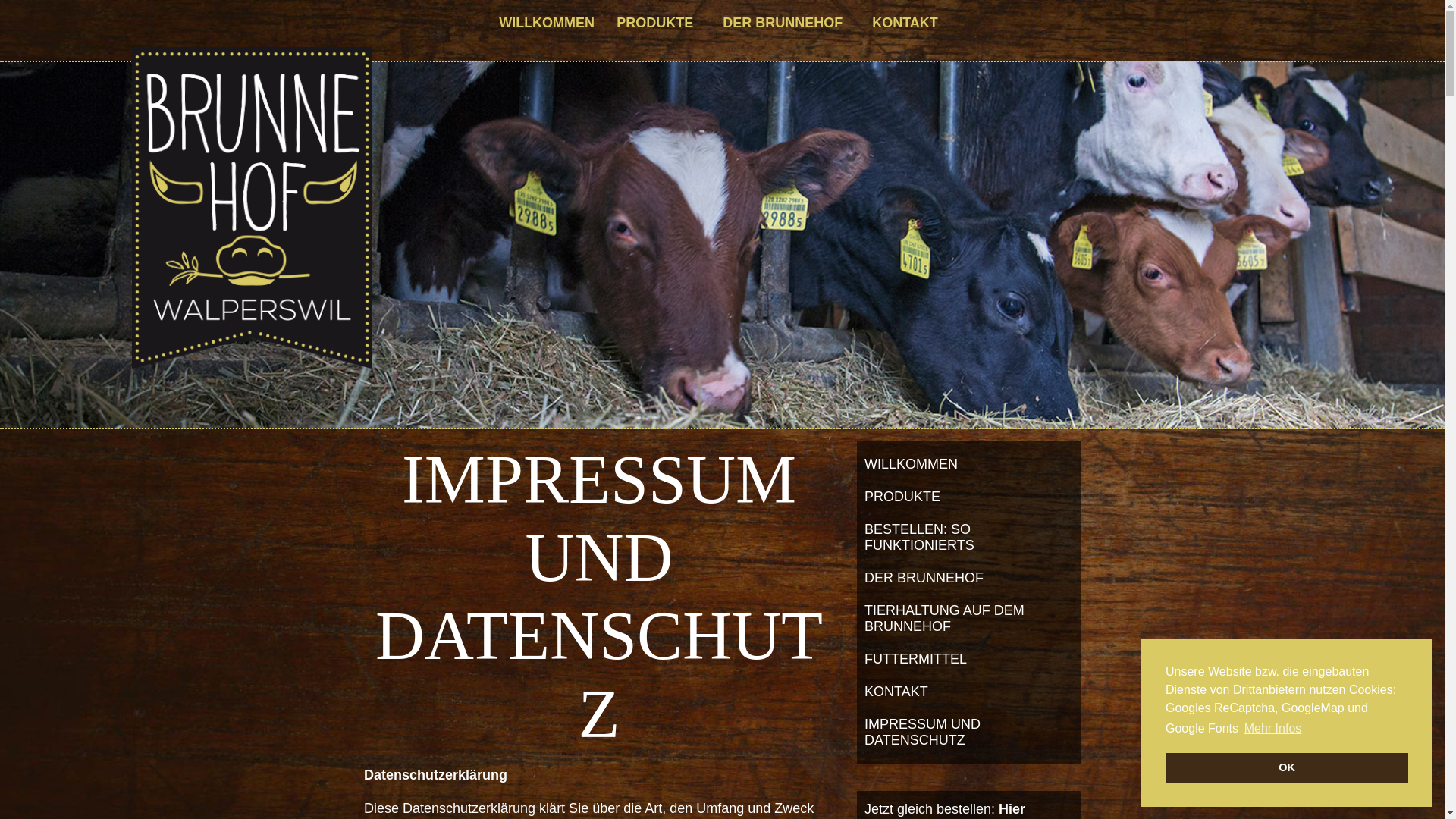 The width and height of the screenshot is (1456, 819). What do you see at coordinates (864, 497) in the screenshot?
I see `'PRODUKTE'` at bounding box center [864, 497].